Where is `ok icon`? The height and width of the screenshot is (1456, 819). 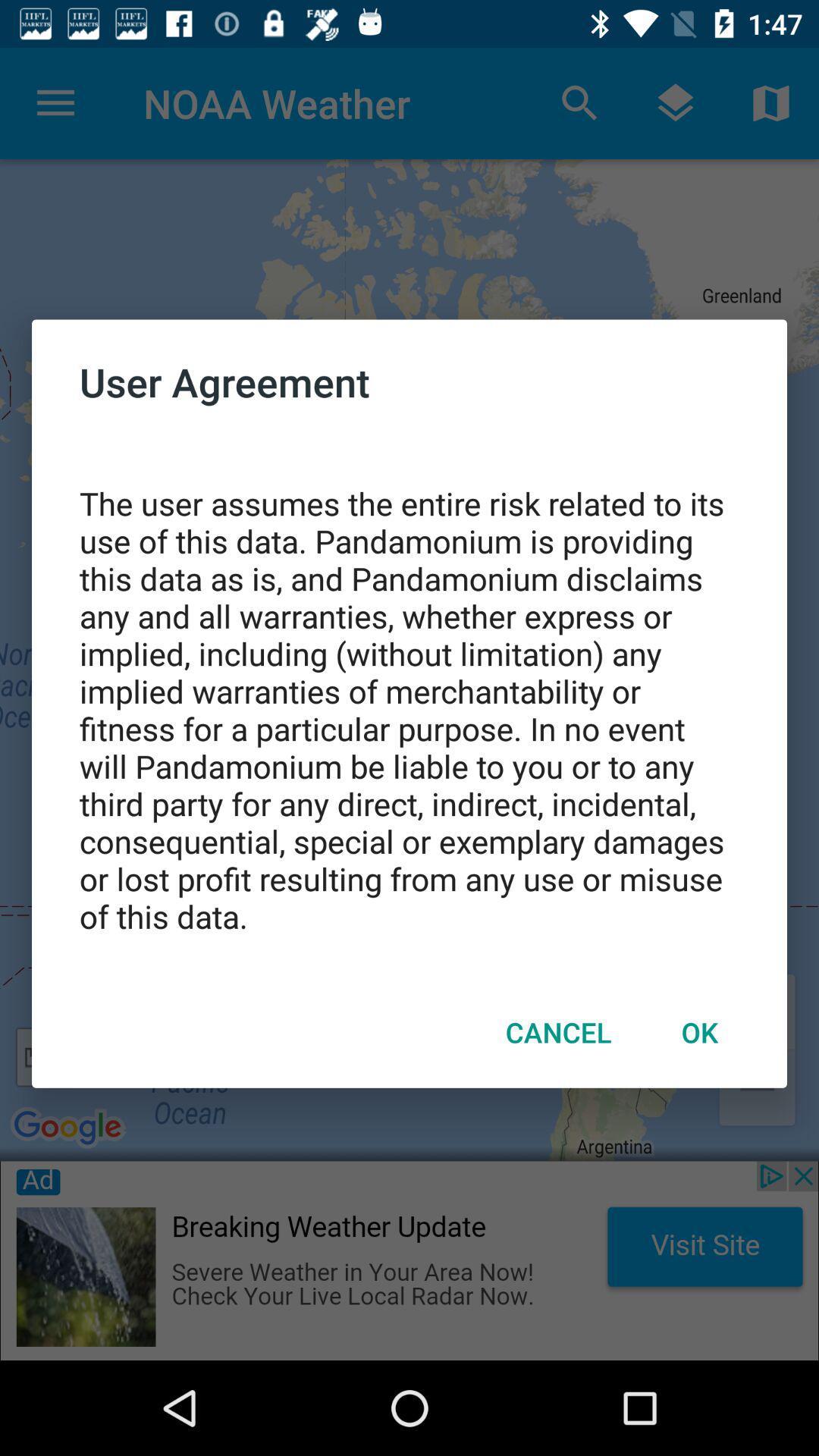 ok icon is located at coordinates (699, 1031).